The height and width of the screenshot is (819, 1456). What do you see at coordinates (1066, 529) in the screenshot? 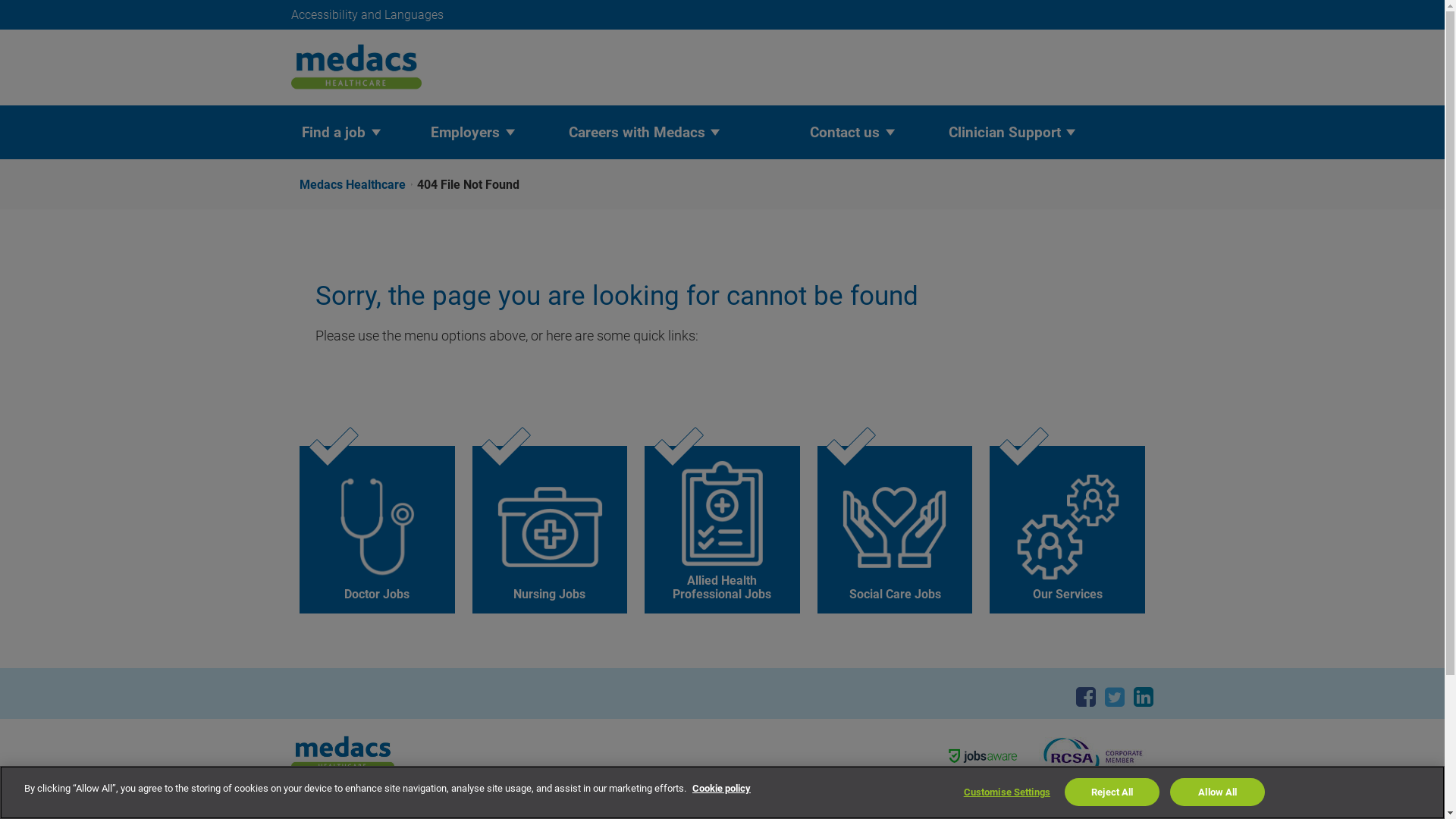
I see `'Our Services'` at bounding box center [1066, 529].